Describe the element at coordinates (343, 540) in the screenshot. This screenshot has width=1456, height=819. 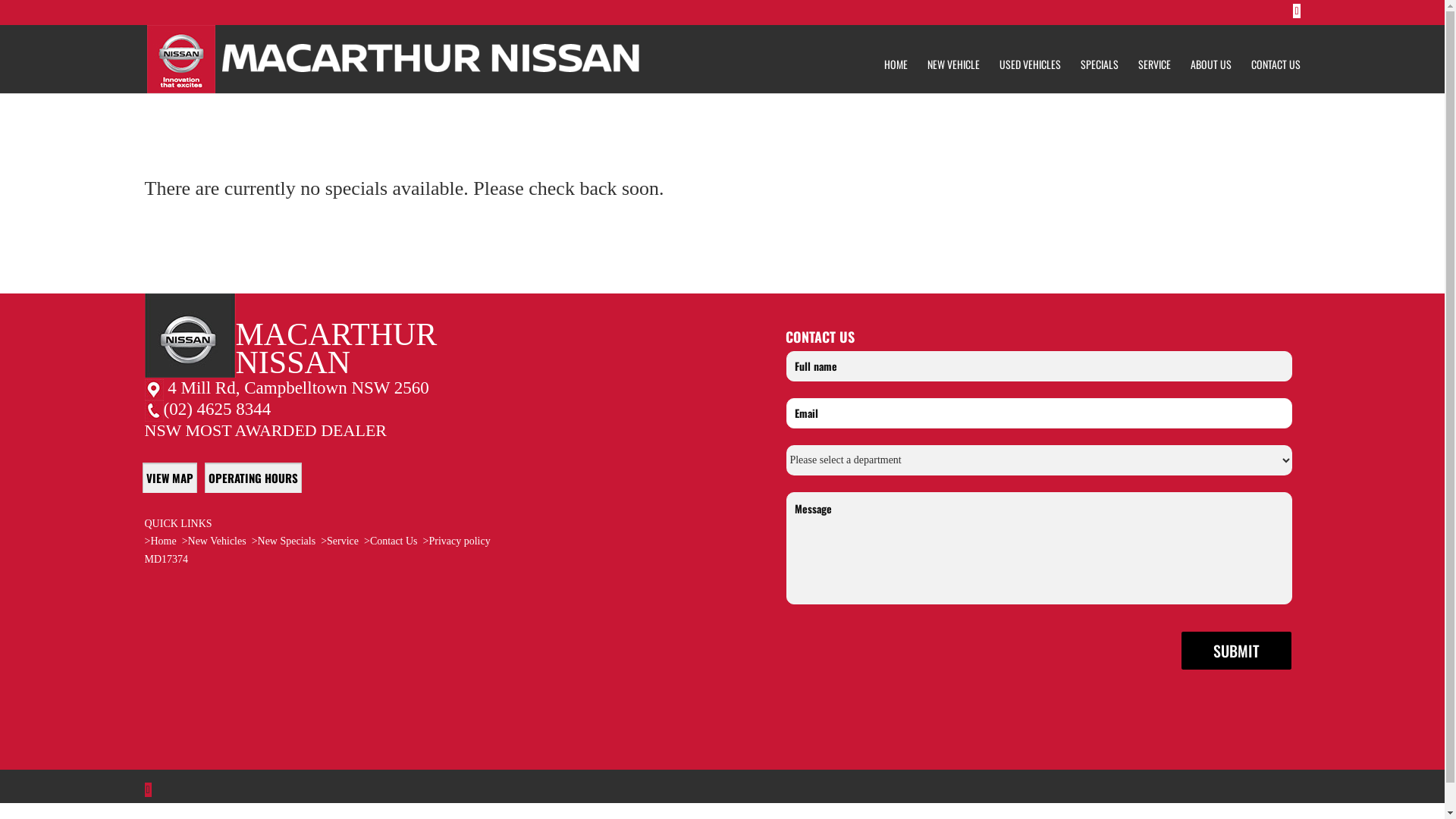
I see `'Service'` at that location.